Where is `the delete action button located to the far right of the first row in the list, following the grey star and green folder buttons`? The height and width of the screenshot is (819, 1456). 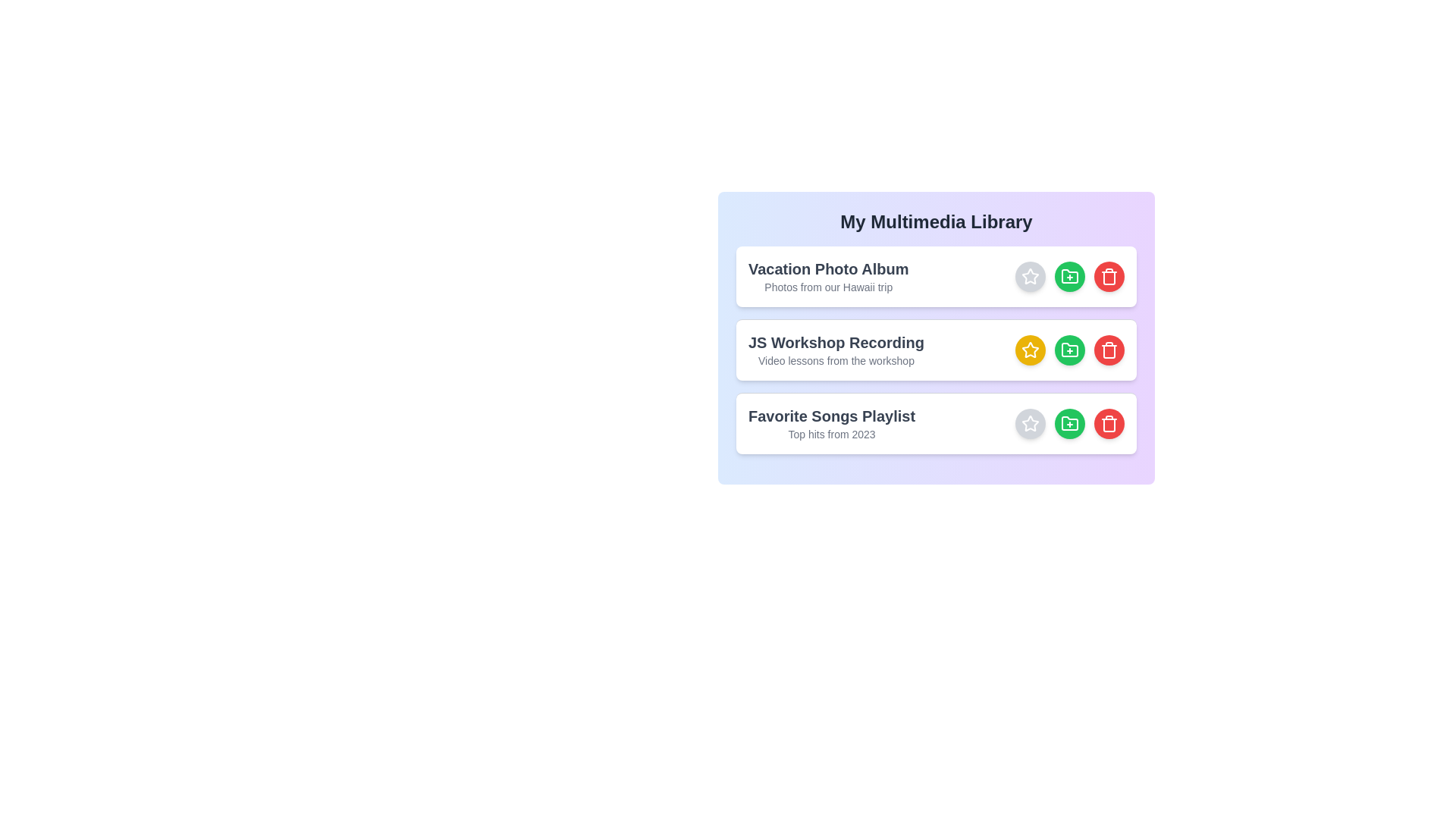
the delete action button located to the far right of the first row in the list, following the grey star and green folder buttons is located at coordinates (1109, 277).